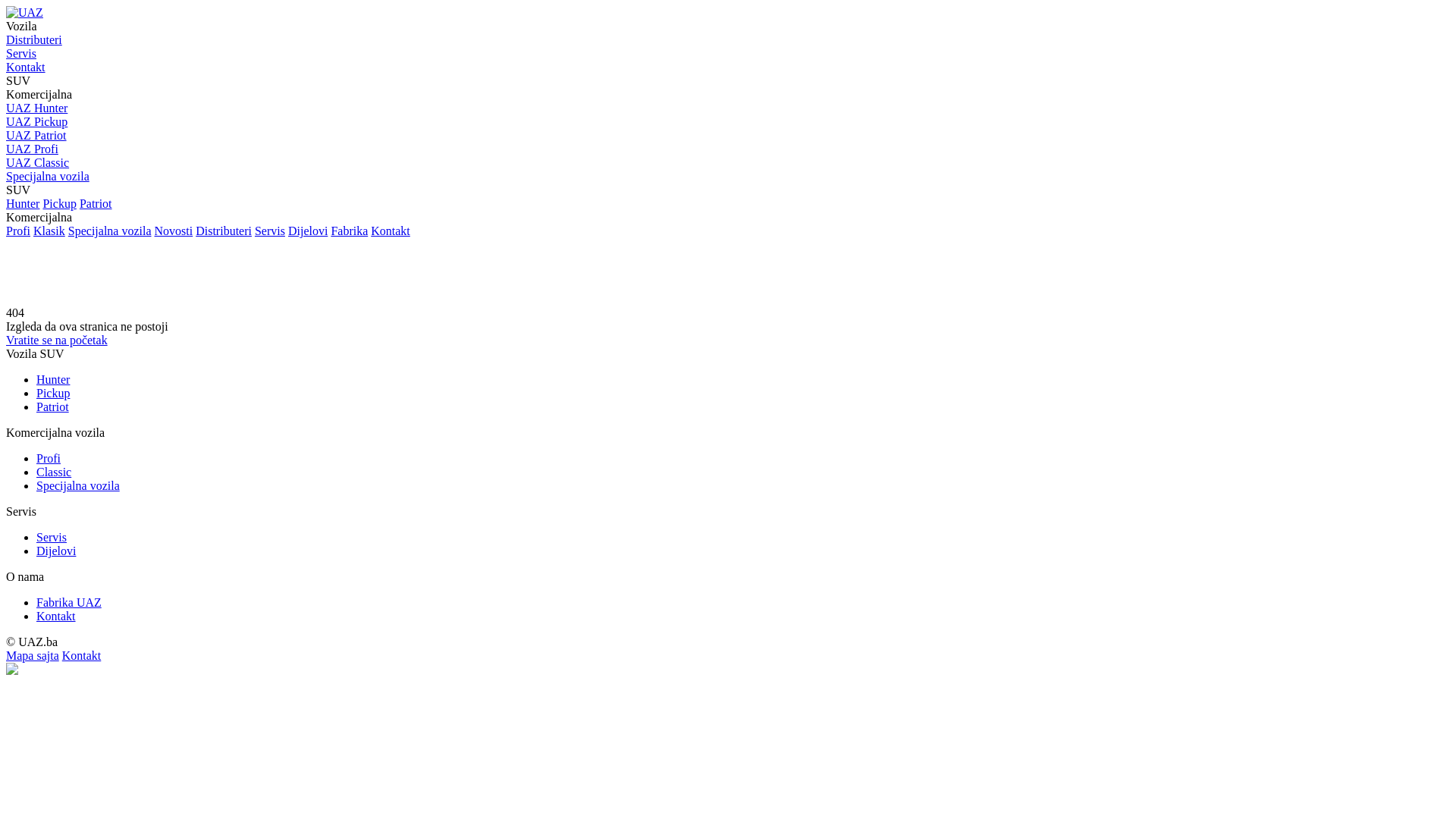 Image resolution: width=1456 pixels, height=819 pixels. What do you see at coordinates (22, 202) in the screenshot?
I see `'Hunter'` at bounding box center [22, 202].